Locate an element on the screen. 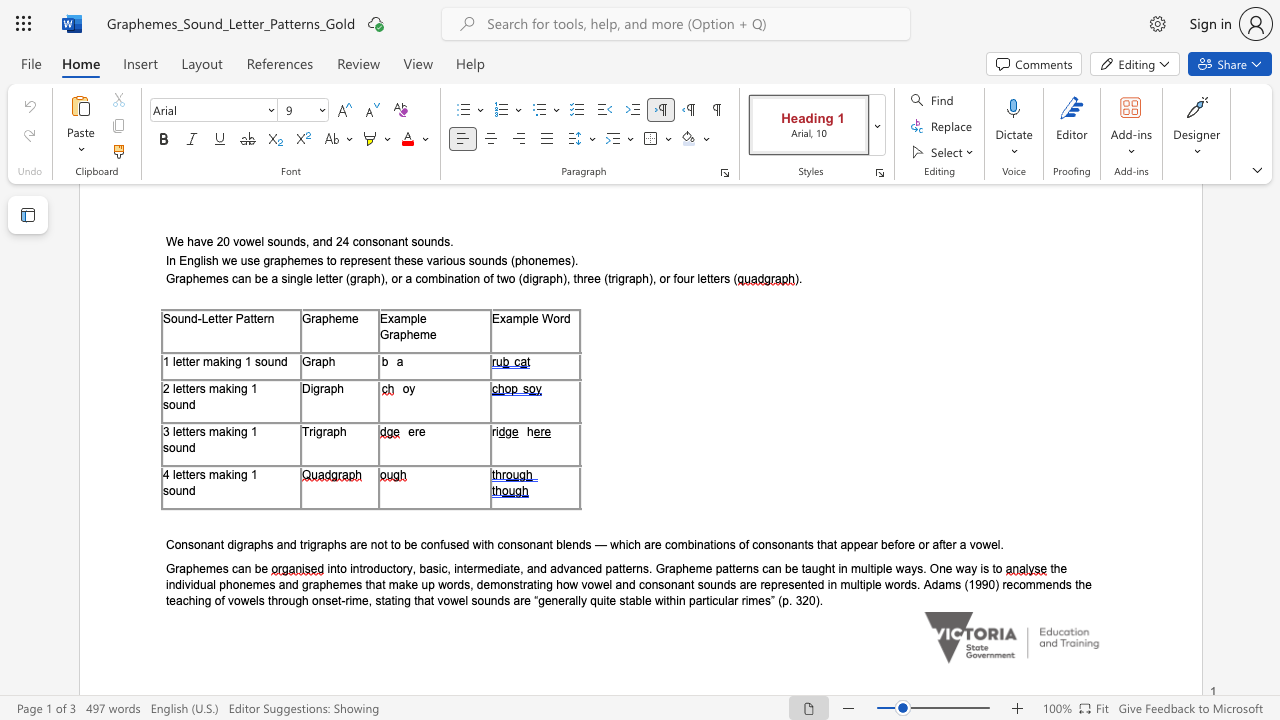  the subset text "vowel and consonant sounds are represented in multiple words. Ad" within the text "how vowel and consonant sounds are represented in multiple words. Adams (1990) recommends the teaching of vowels through onset-rime," is located at coordinates (580, 584).